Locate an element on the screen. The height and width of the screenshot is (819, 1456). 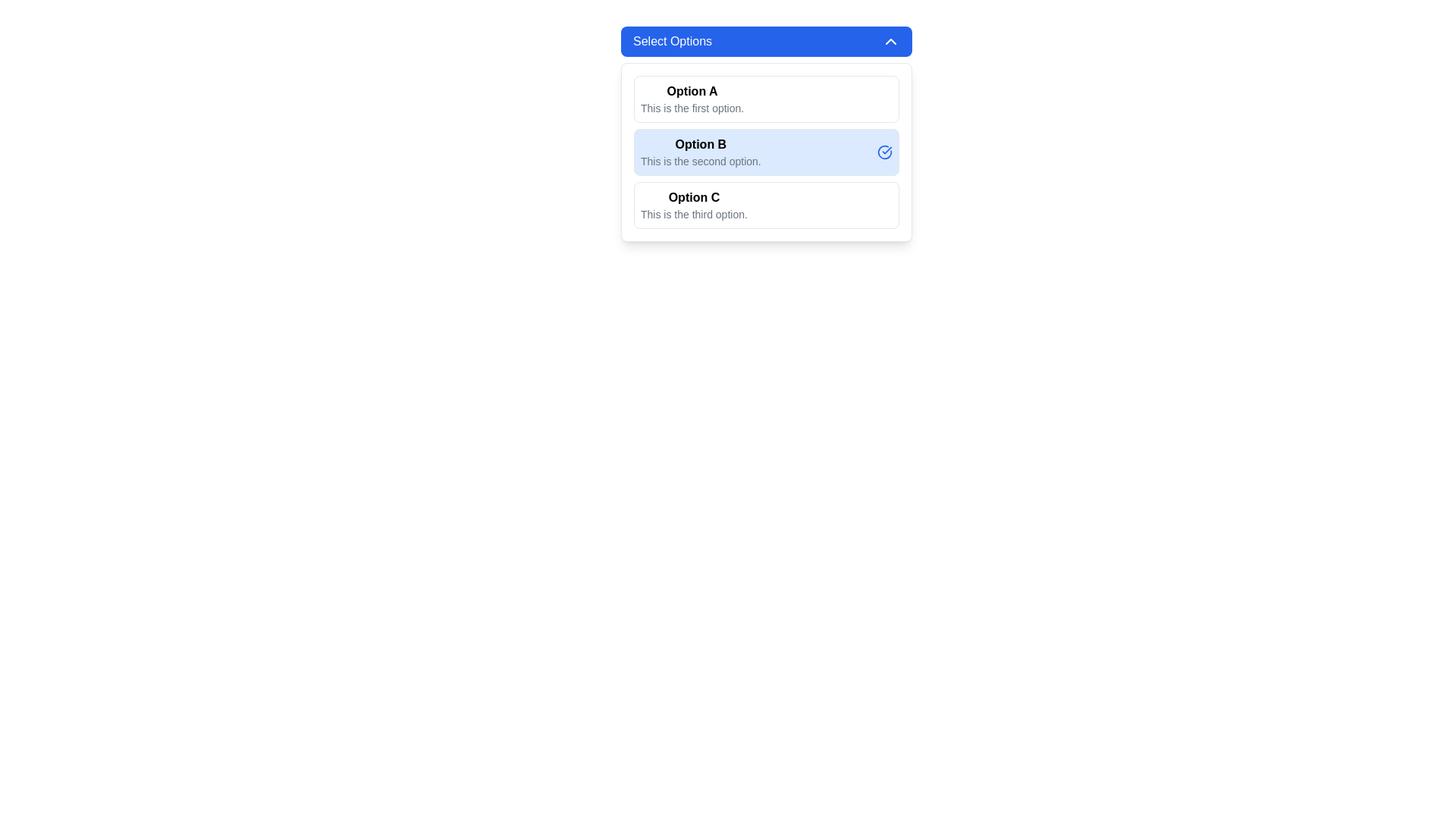
the button-like option selector labeled 'Option A' is located at coordinates (767, 99).